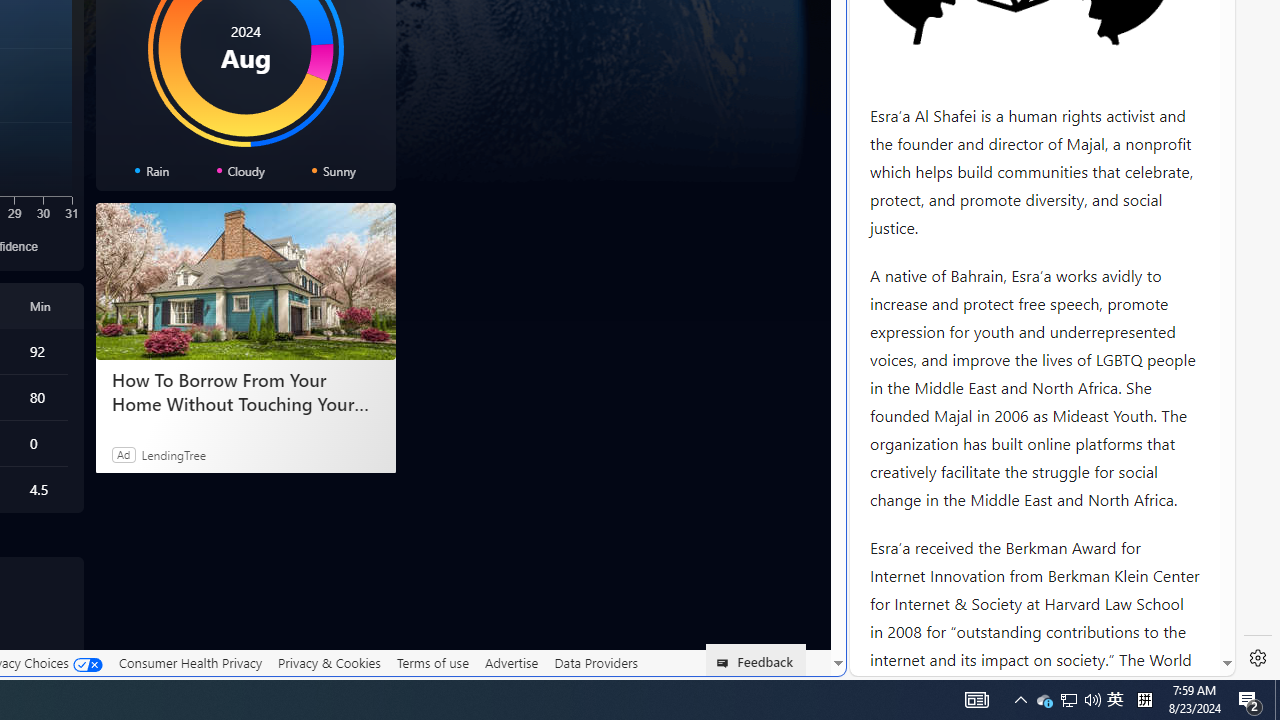  I want to click on 'Data Providers', so click(594, 663).